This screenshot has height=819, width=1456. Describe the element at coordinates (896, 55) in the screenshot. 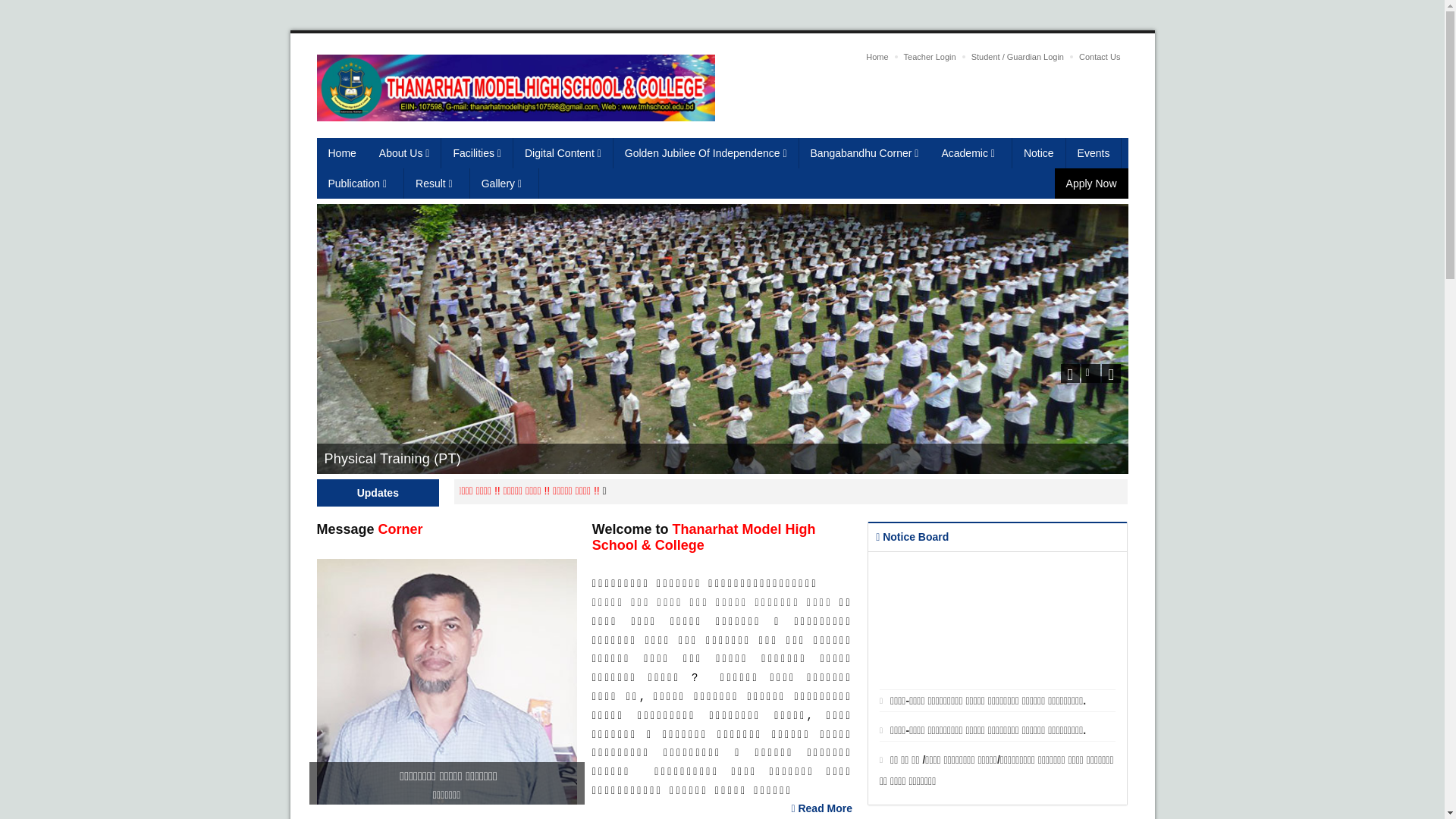

I see `'Teacher Login'` at that location.